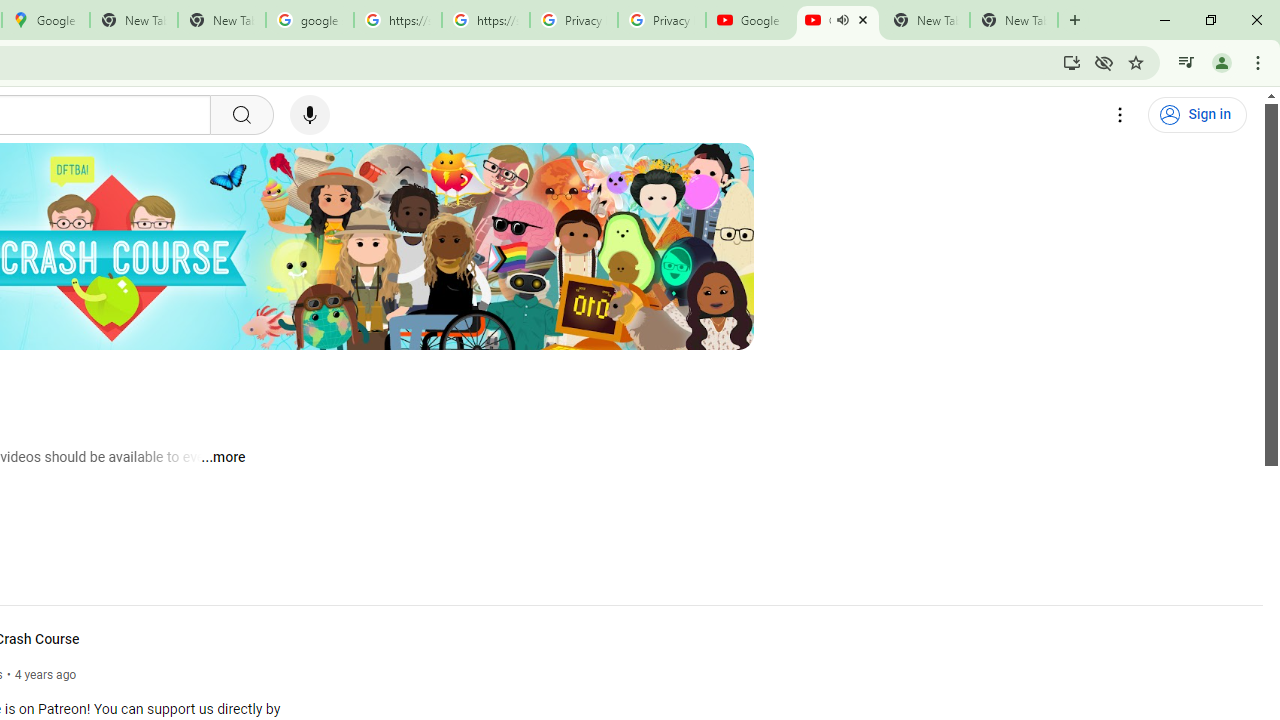  I want to click on 'Search with your voice', so click(308, 115).